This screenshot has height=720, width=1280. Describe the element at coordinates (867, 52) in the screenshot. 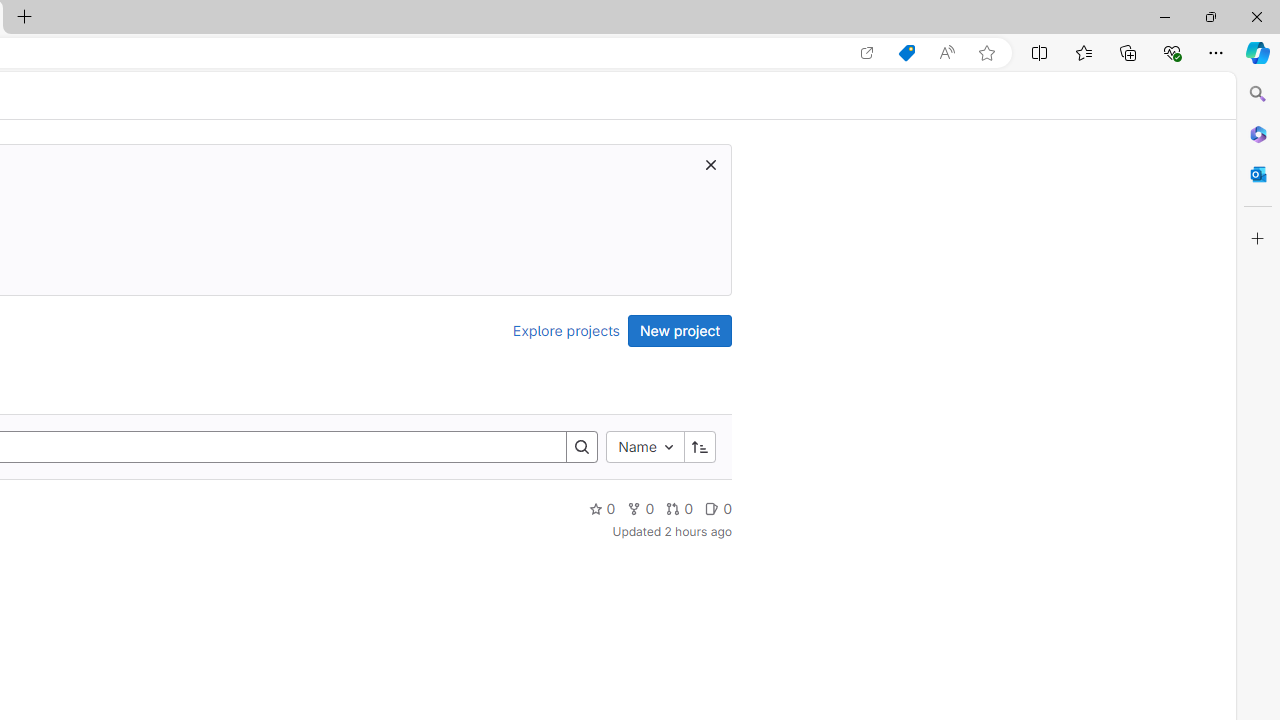

I see `'Open in app'` at that location.